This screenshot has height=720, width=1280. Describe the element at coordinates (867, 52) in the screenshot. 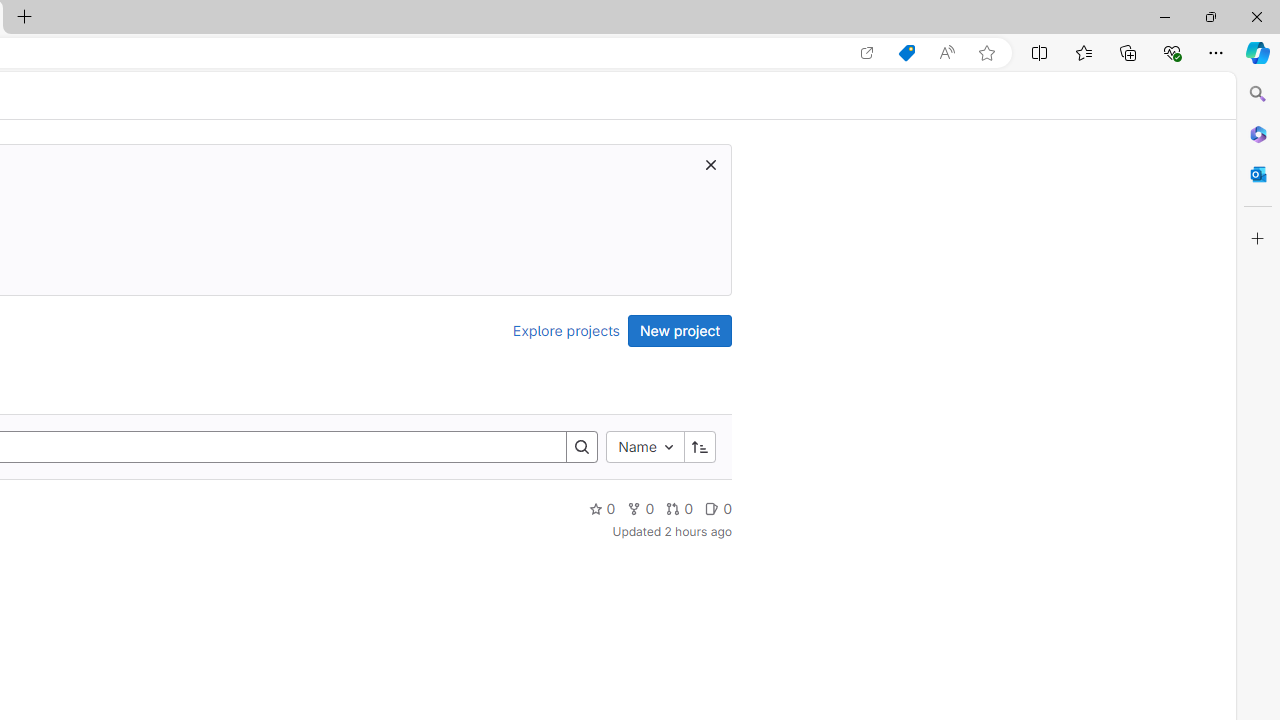

I see `'Open in app'` at that location.